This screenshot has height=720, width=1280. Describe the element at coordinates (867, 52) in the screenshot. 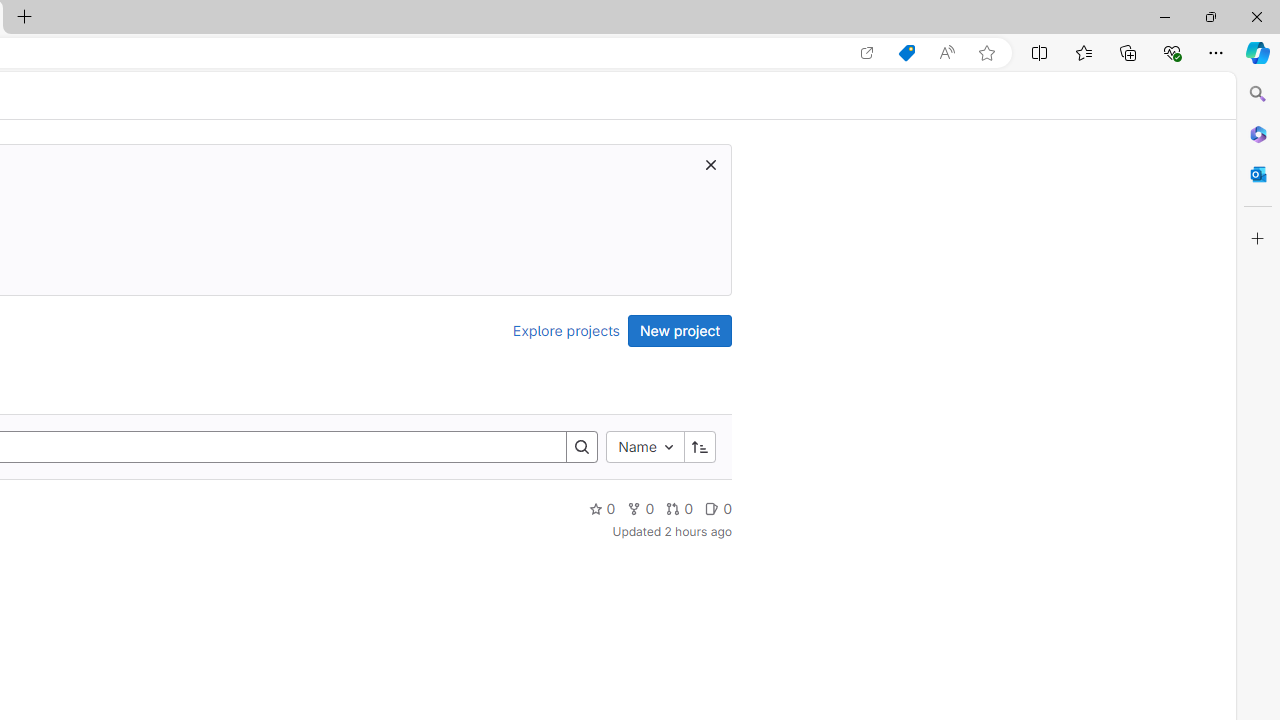

I see `'Open in app'` at that location.